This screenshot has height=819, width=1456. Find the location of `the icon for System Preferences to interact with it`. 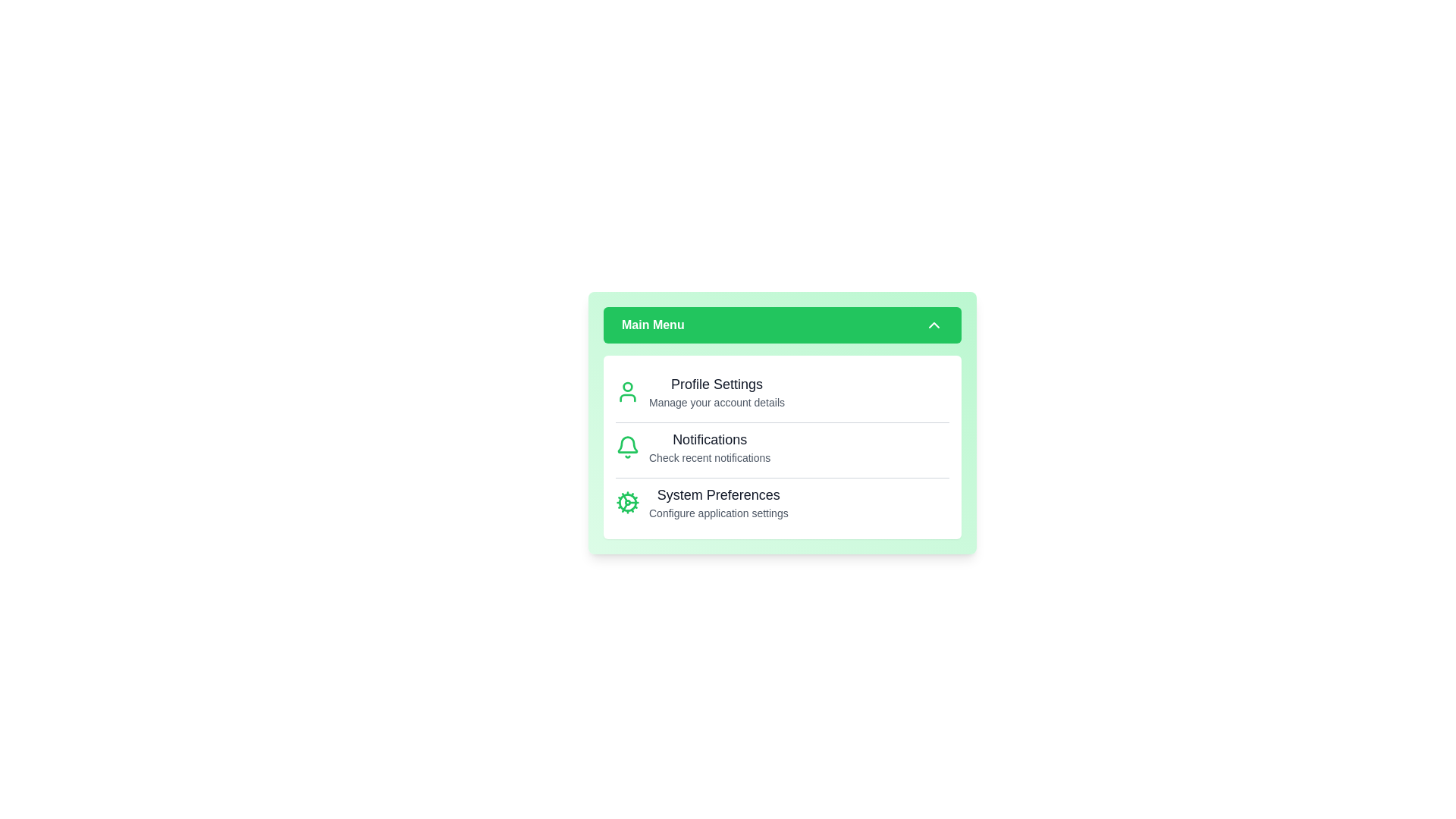

the icon for System Preferences to interact with it is located at coordinates (628, 503).